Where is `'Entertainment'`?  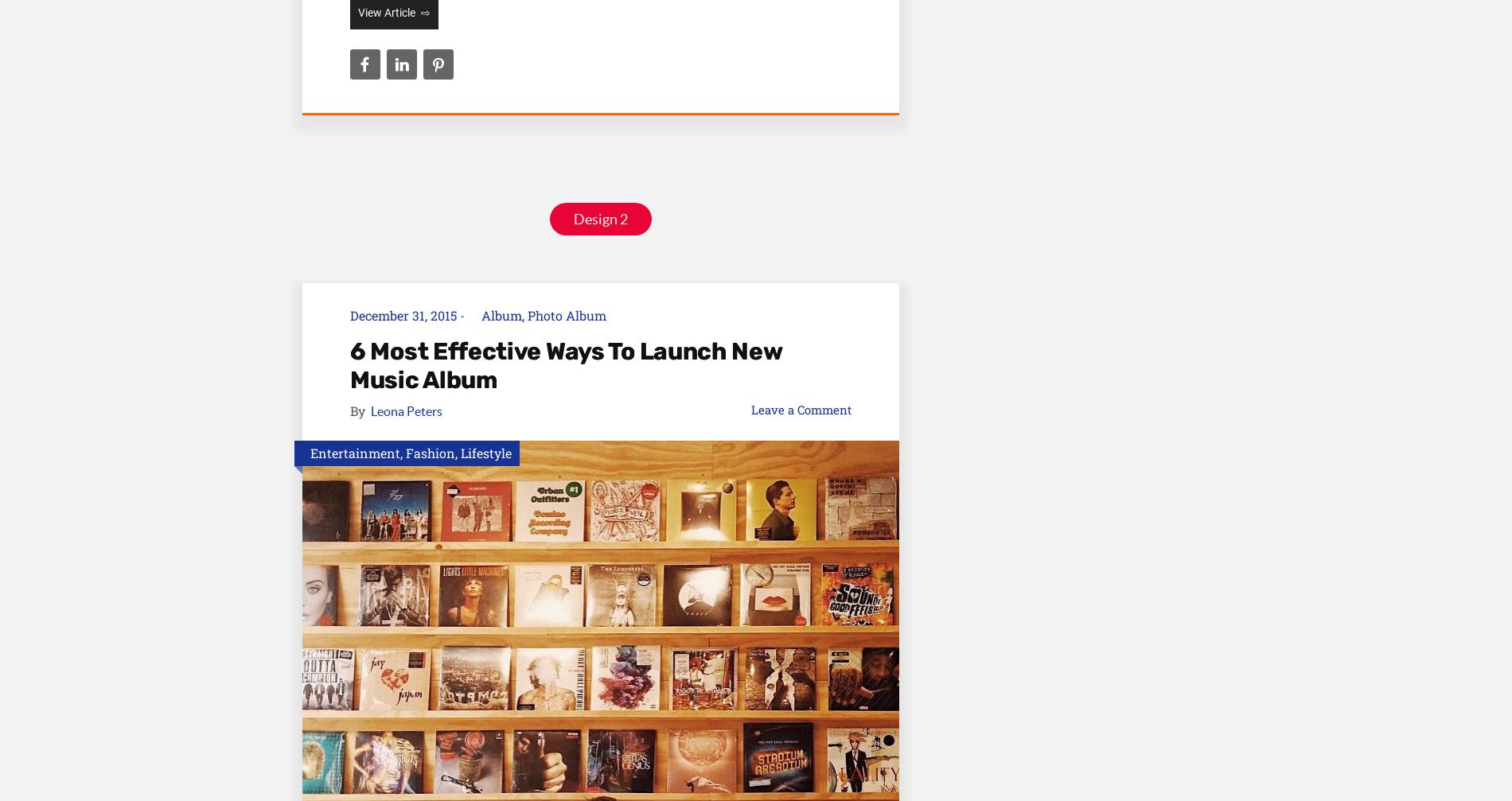 'Entertainment' is located at coordinates (310, 452).